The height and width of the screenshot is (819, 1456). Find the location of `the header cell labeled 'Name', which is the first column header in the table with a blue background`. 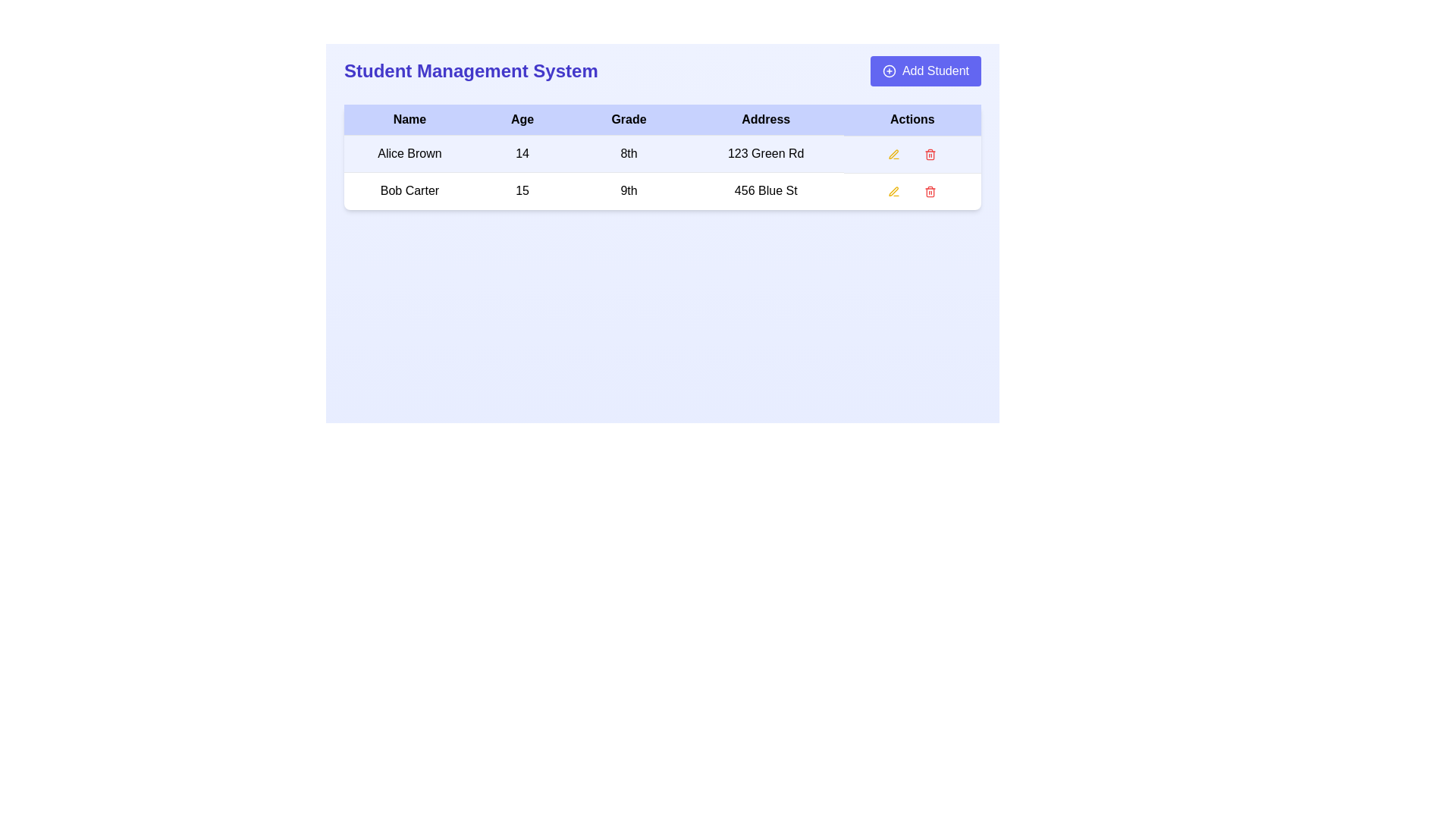

the header cell labeled 'Name', which is the first column header in the table with a blue background is located at coordinates (409, 119).